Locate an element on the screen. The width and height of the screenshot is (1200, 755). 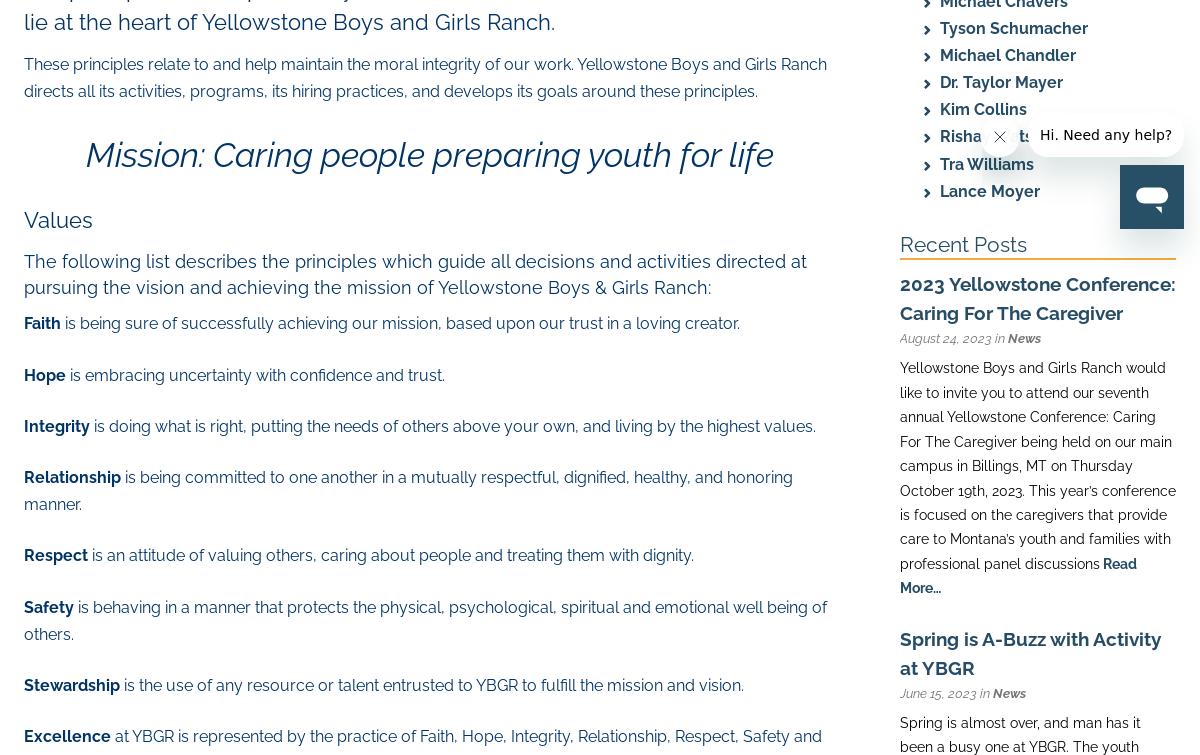
'is the use of any resource or talent entrusted to YBGR to fulfill the mission and vision.' is located at coordinates (432, 683).